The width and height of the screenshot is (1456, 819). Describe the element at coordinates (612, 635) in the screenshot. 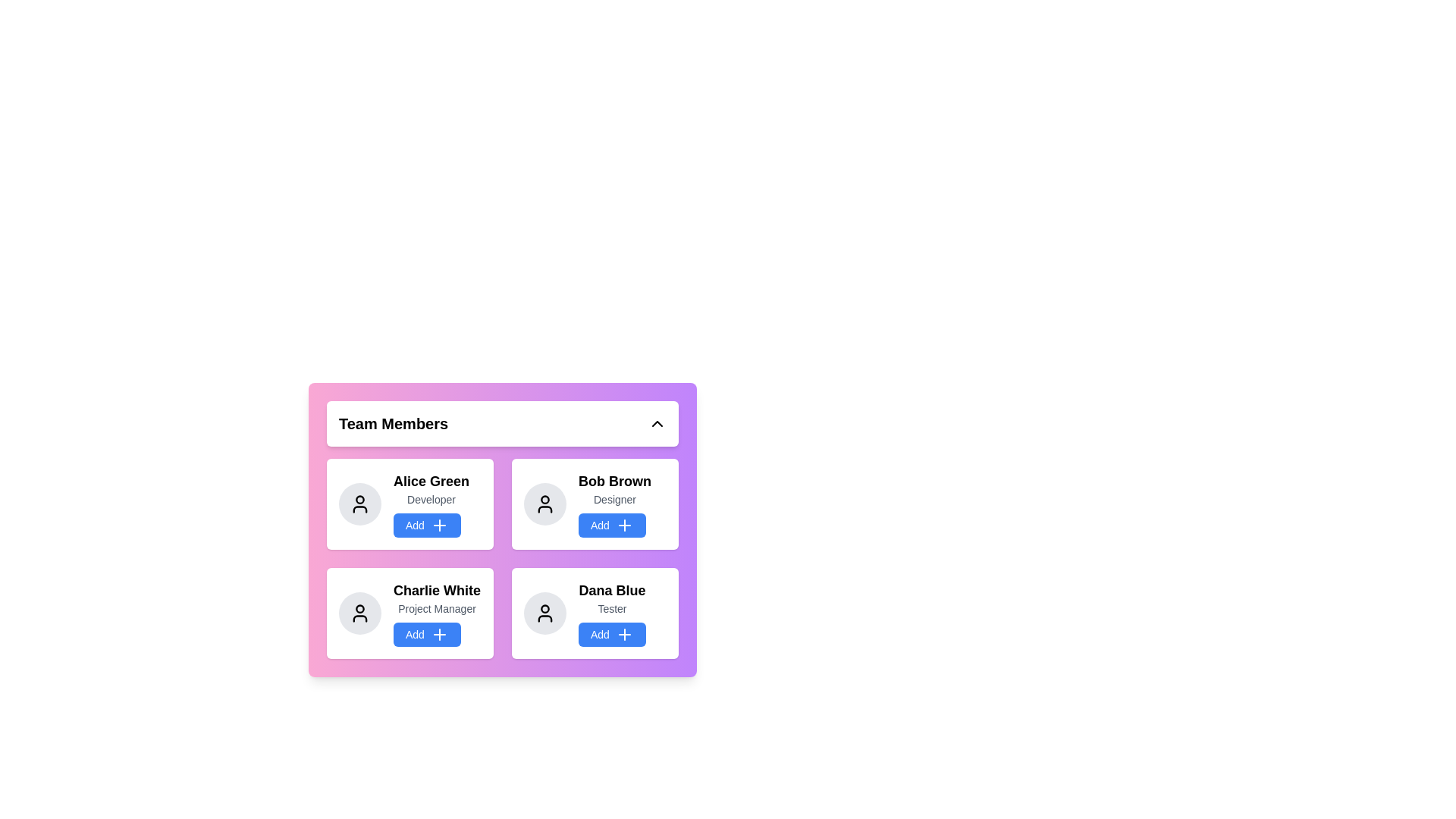

I see `the button located in the fourth card under the 'Dana Blue' section` at that location.